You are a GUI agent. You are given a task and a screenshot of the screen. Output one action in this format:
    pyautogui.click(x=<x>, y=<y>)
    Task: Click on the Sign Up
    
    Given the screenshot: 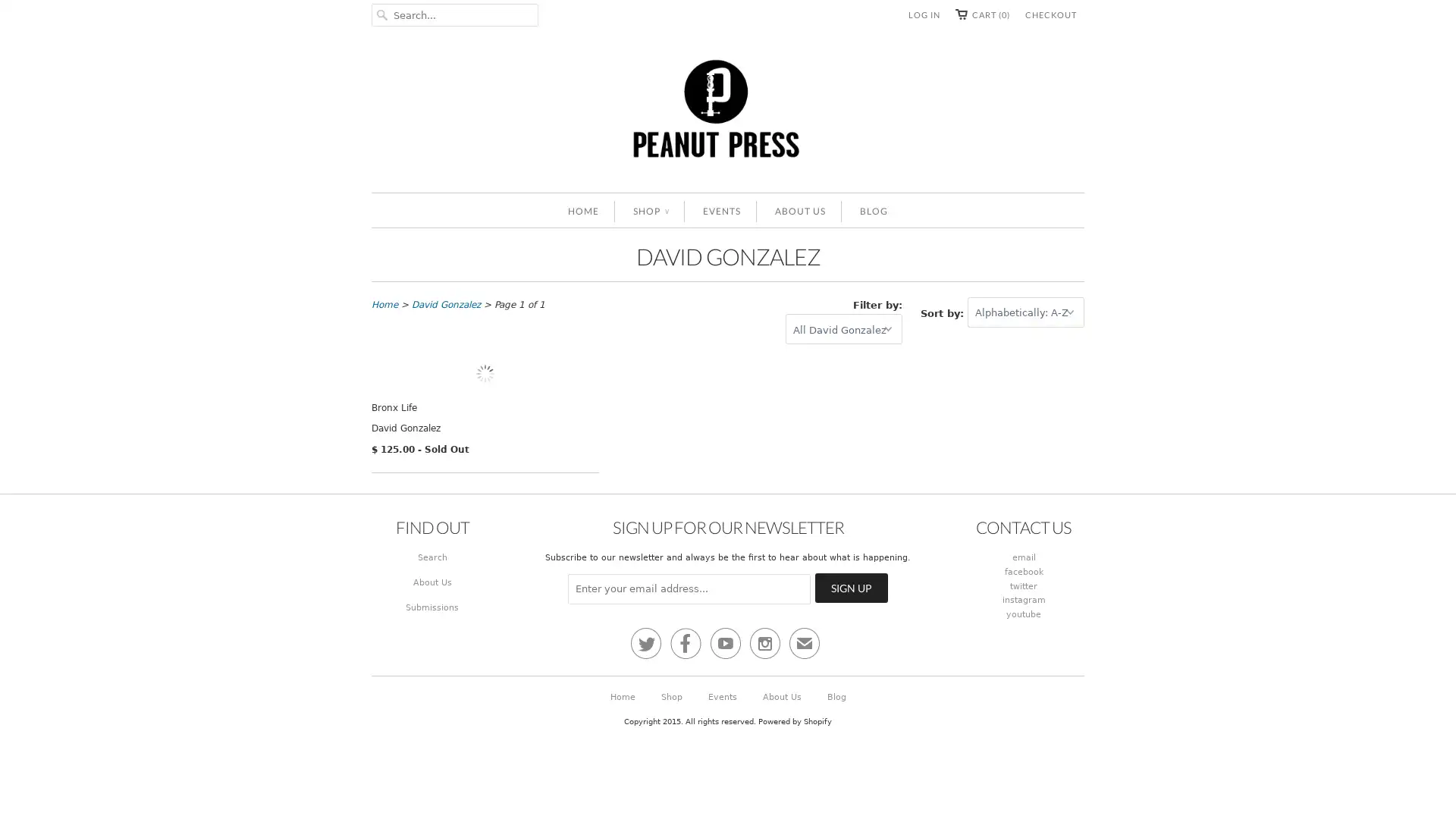 What is the action you would take?
    pyautogui.click(x=852, y=720)
    